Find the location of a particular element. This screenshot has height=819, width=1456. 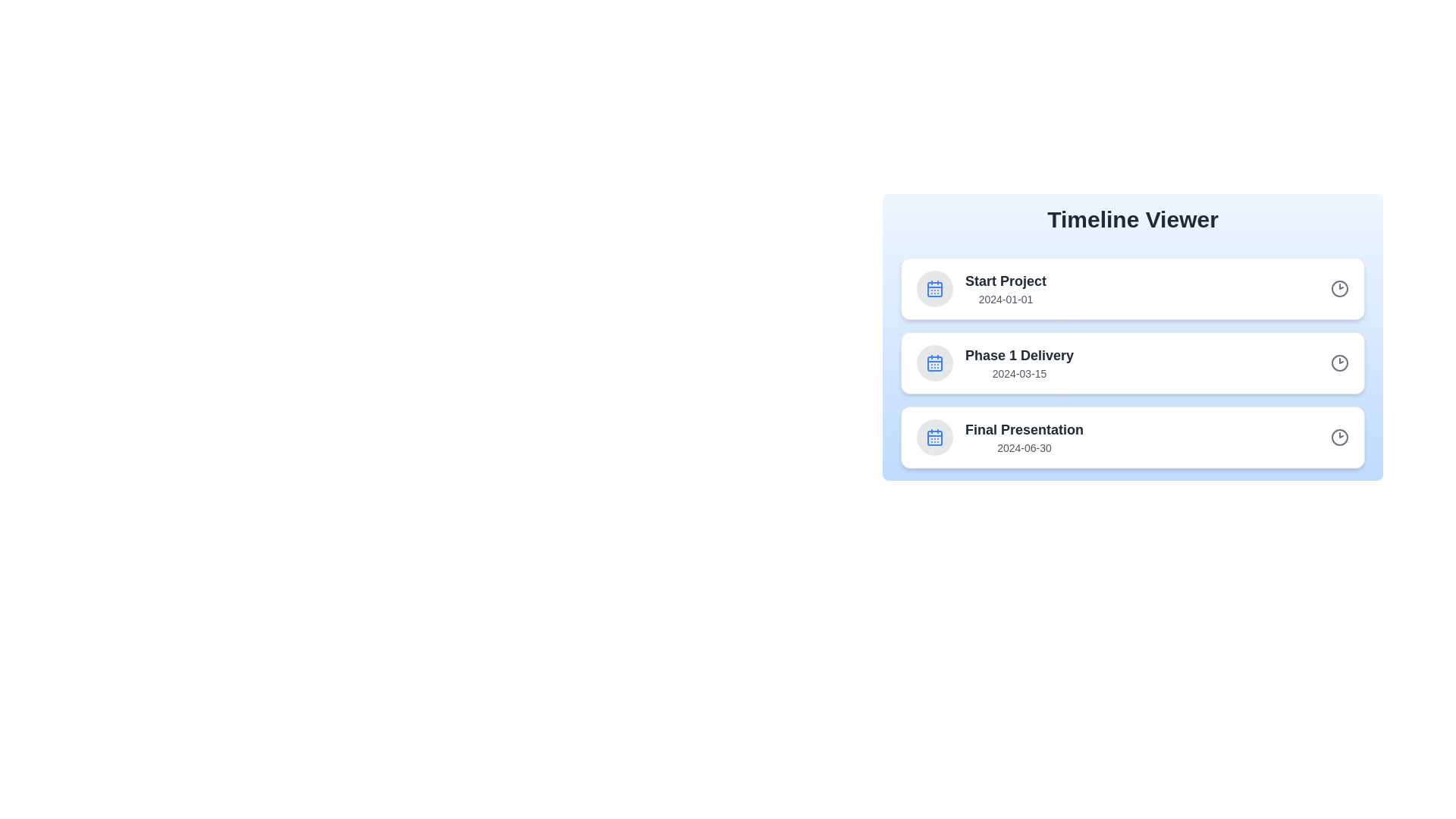

the text label displaying the date '2024-01-01', which is positioned below the title 'Start Project' in the interface is located at coordinates (1006, 299).